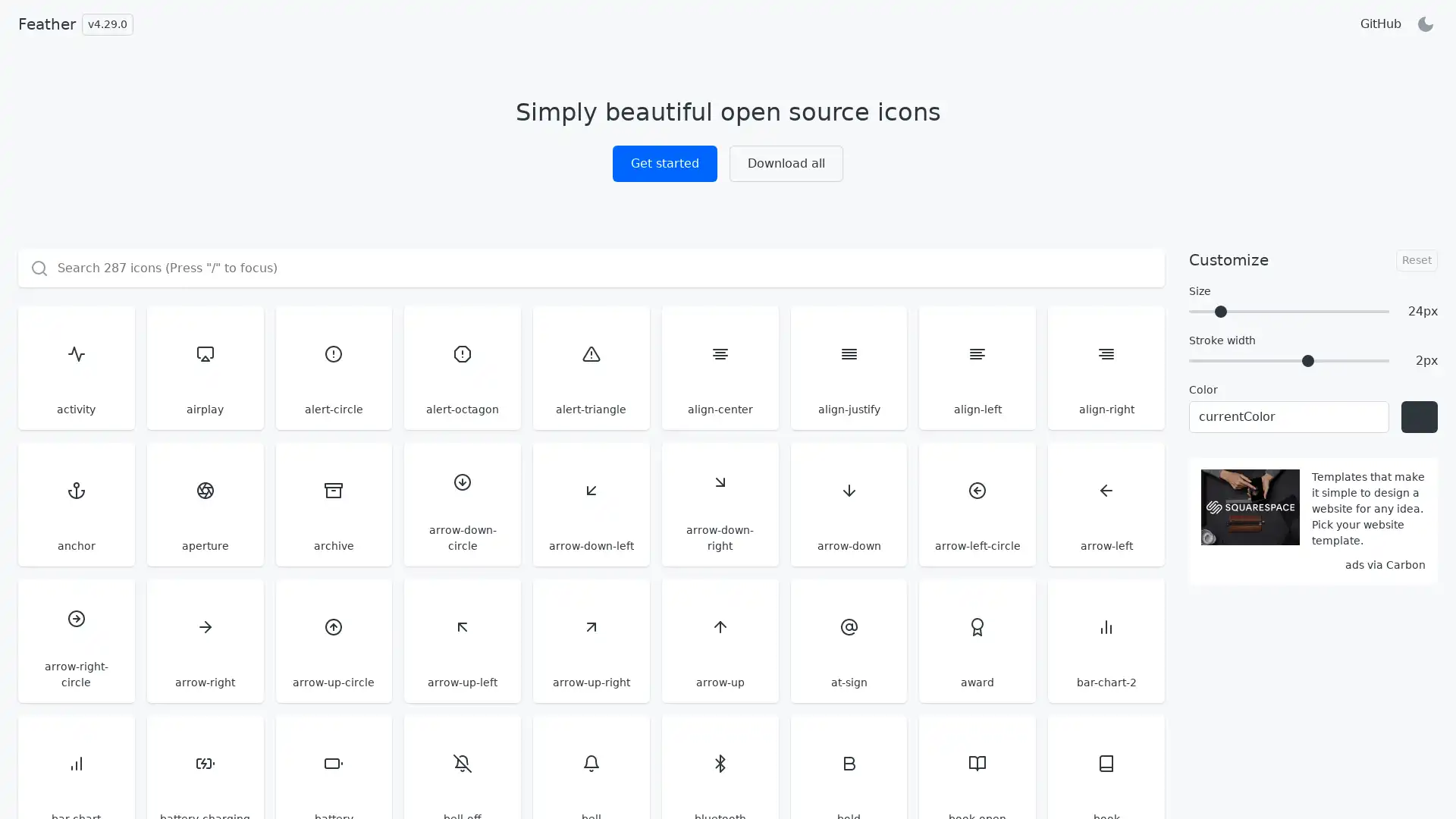 This screenshot has height=819, width=1456. Describe the element at coordinates (977, 368) in the screenshot. I see `align-left` at that location.